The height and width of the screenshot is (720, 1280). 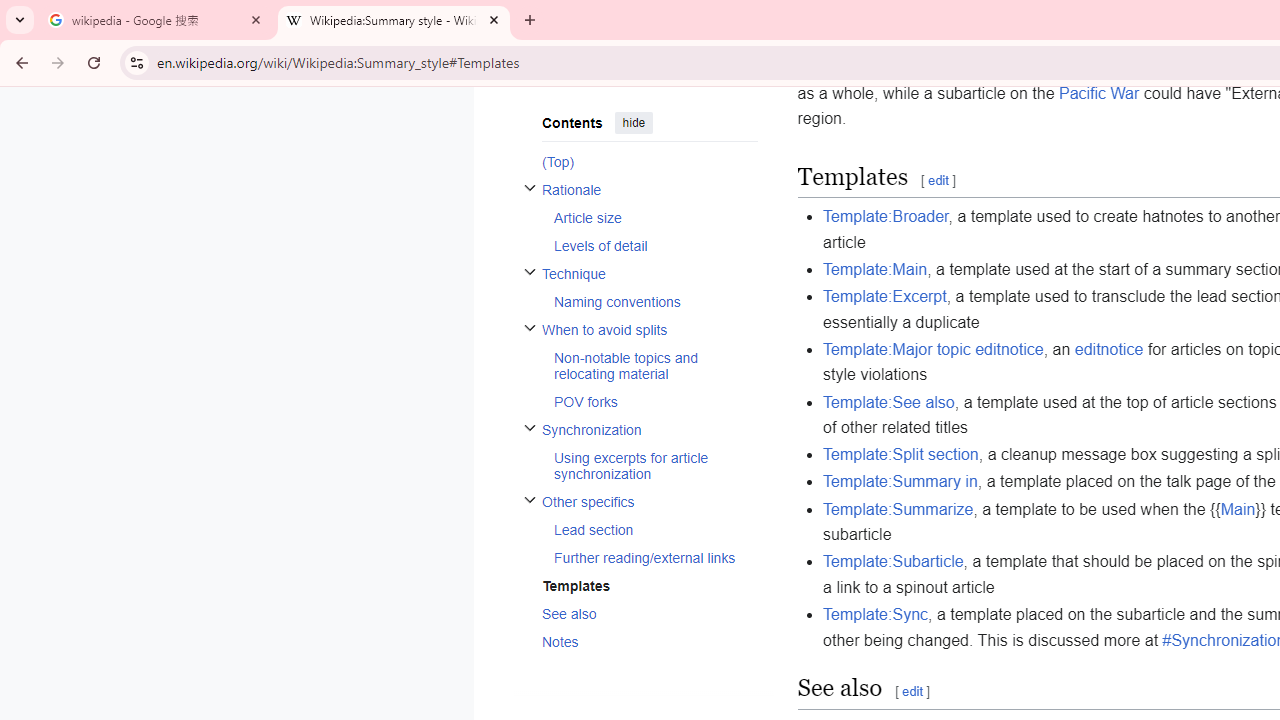 I want to click on 'Toggle Synchronization subsection', so click(x=529, y=426).